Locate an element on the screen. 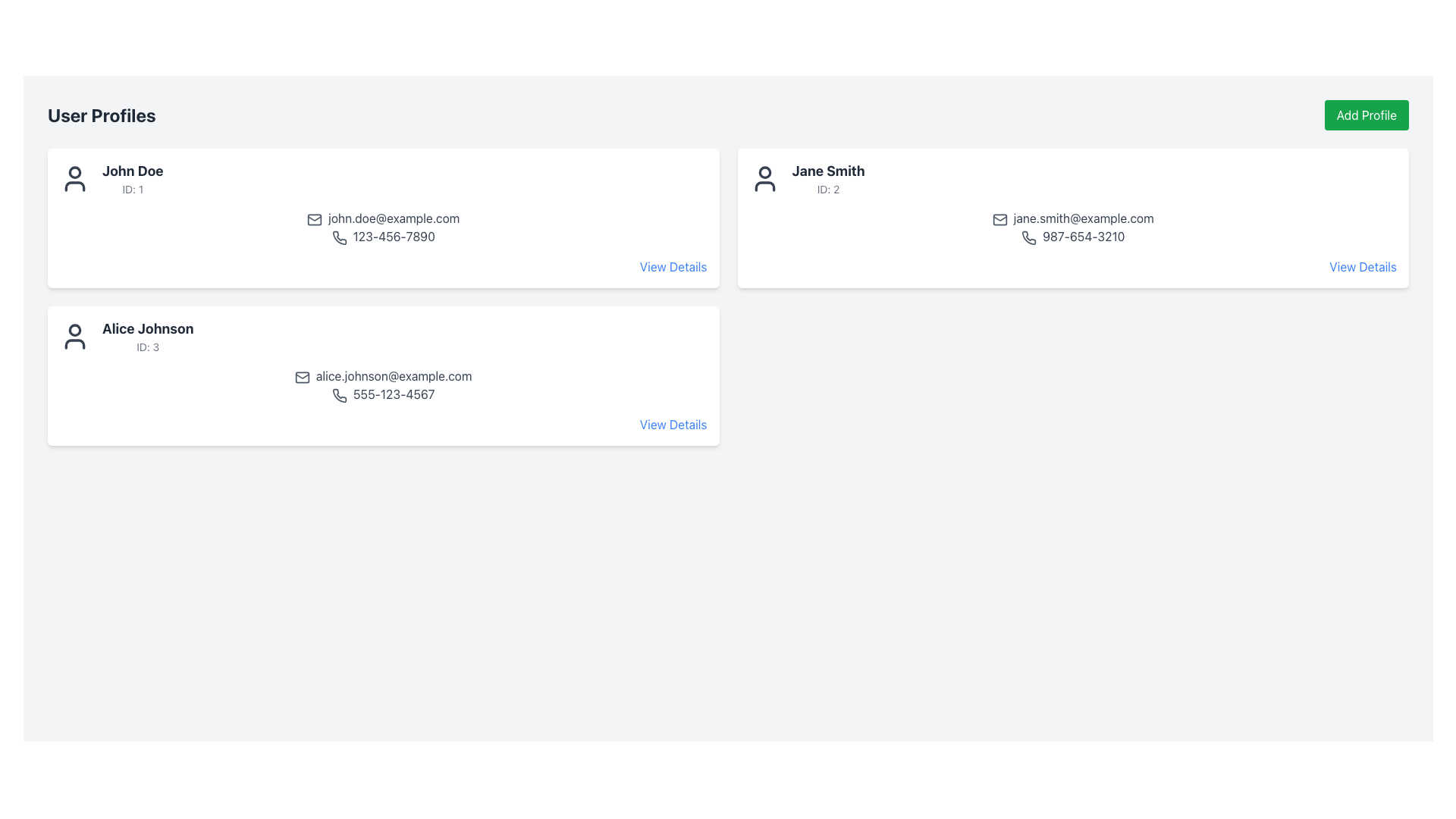  the 'View Details' hyperlink located in the bottom-right corner of Jane Smith's user profile card is located at coordinates (1363, 265).